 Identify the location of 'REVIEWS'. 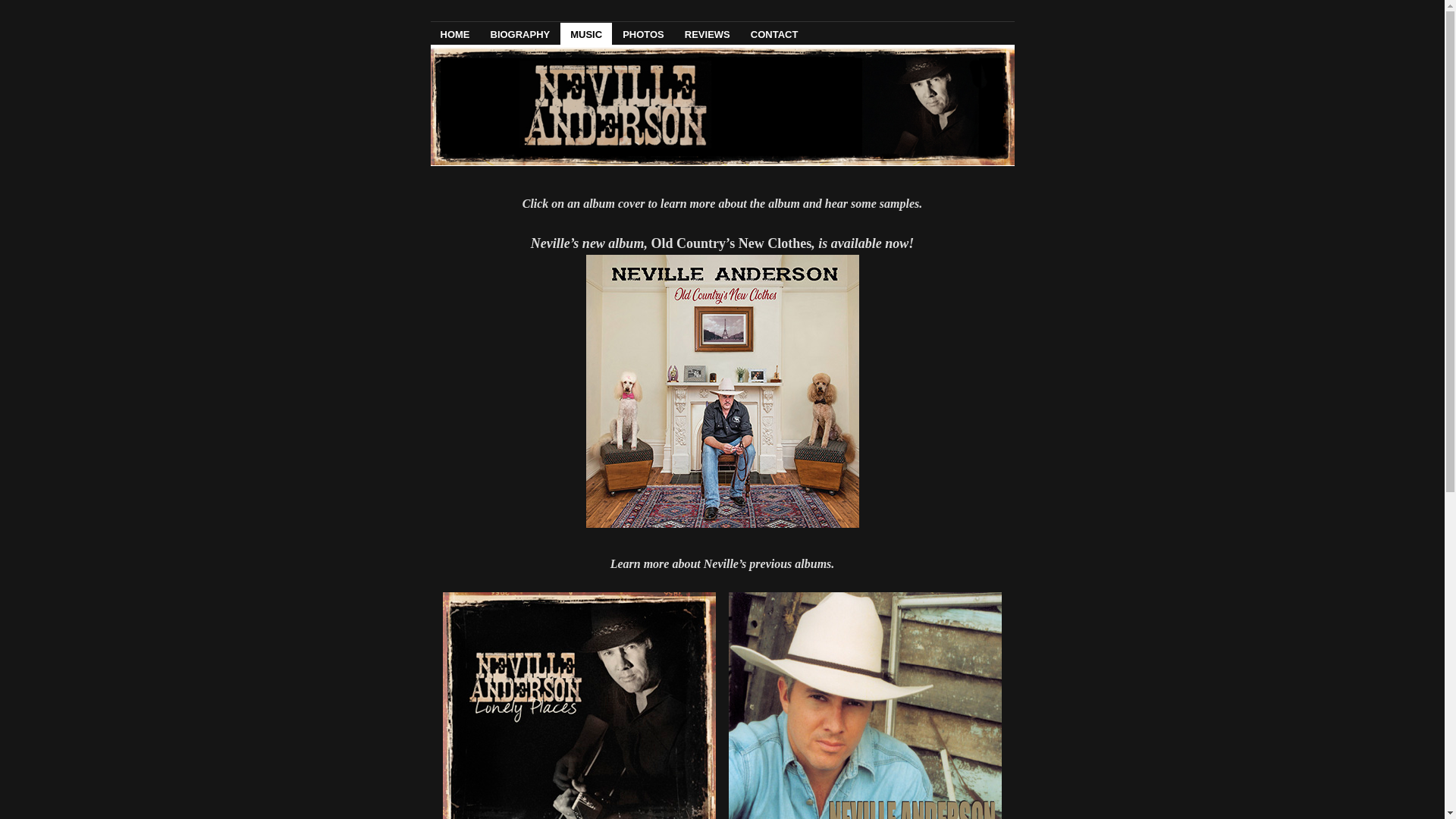
(706, 33).